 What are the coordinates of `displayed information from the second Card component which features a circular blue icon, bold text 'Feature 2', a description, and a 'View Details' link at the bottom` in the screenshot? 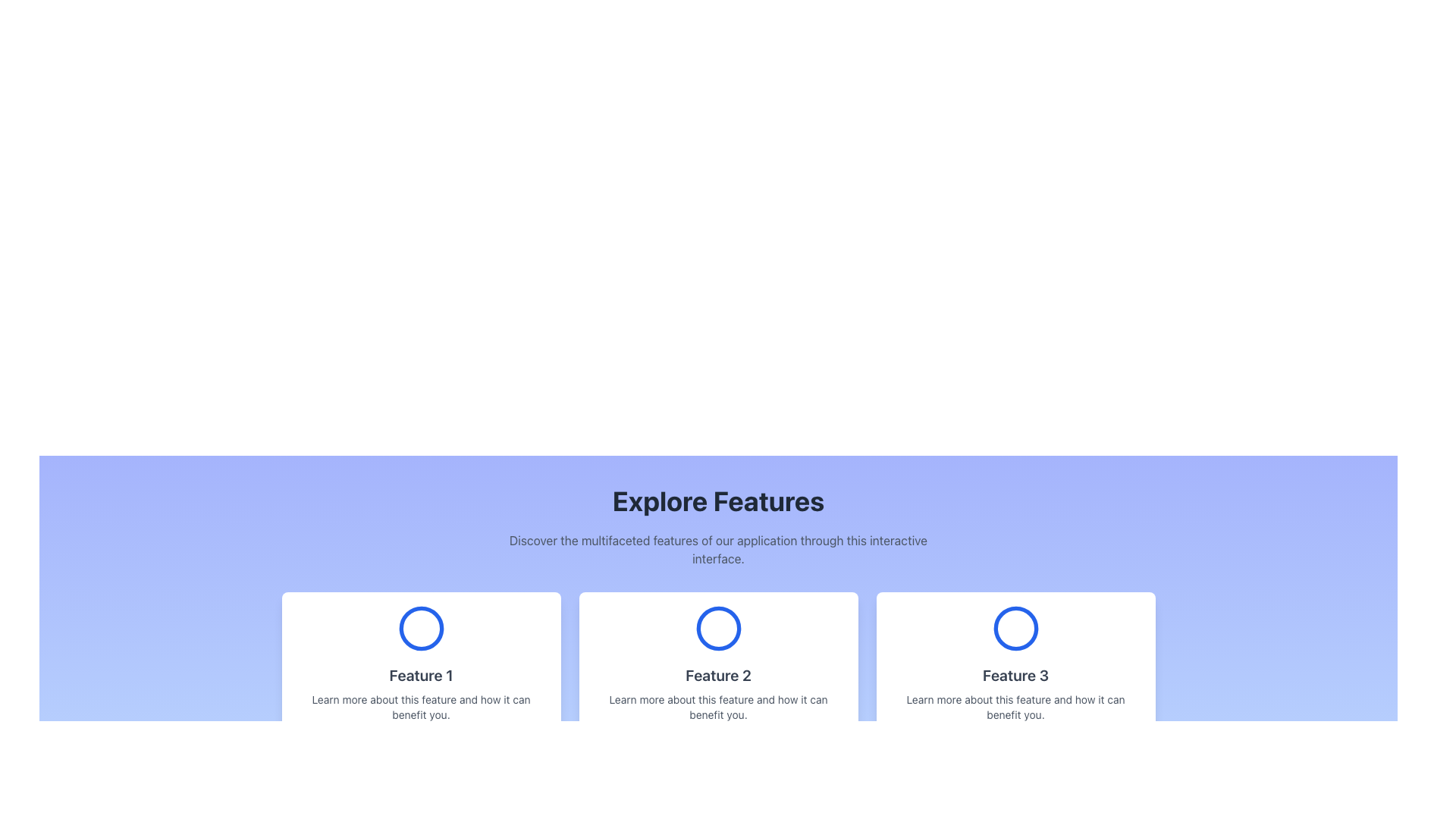 It's located at (717, 677).